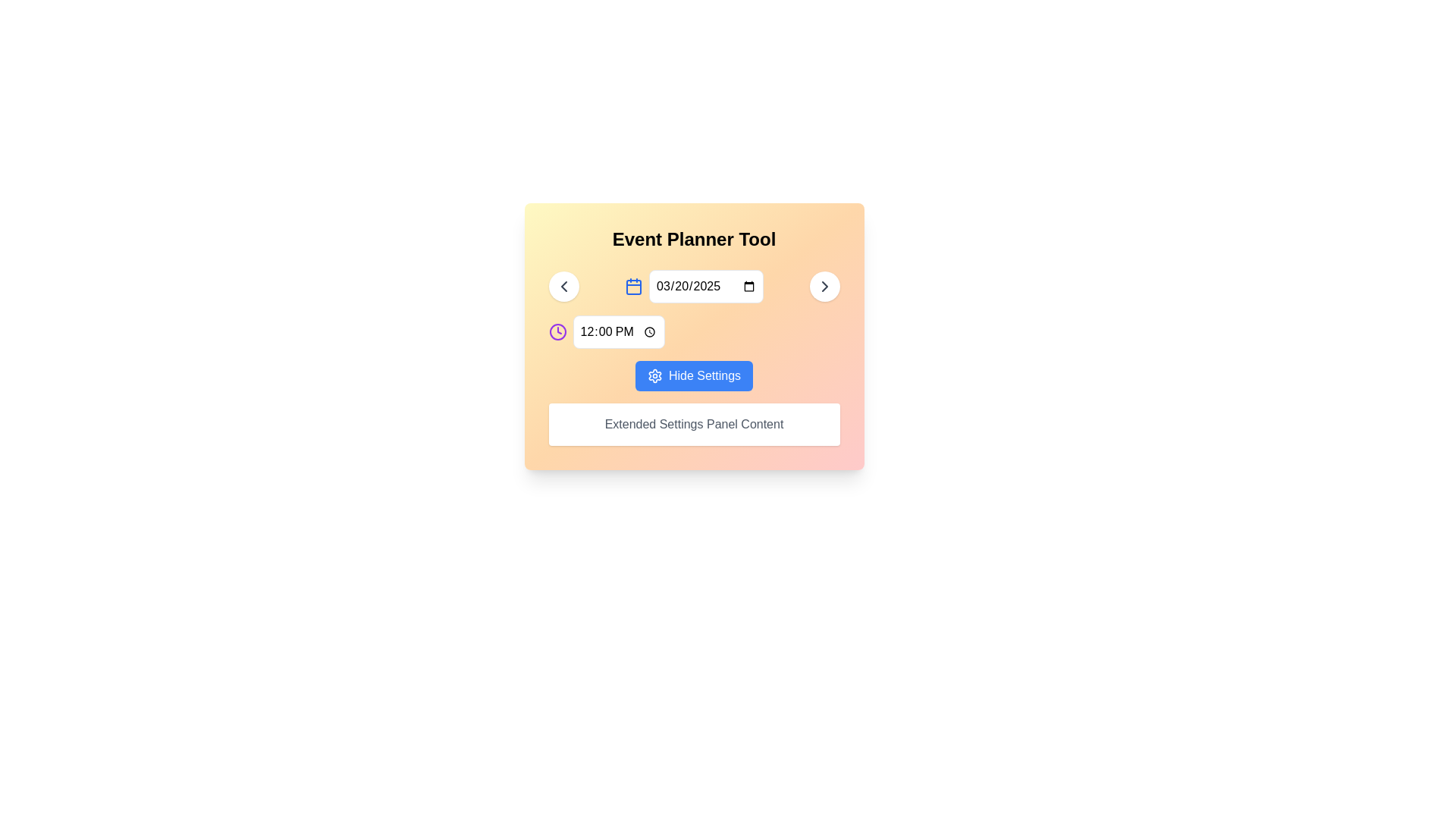  I want to click on the purple clock icon located in the 'Event Planner Tool' interface, positioned to the left of the '12:00 PM' time input field, so click(557, 331).